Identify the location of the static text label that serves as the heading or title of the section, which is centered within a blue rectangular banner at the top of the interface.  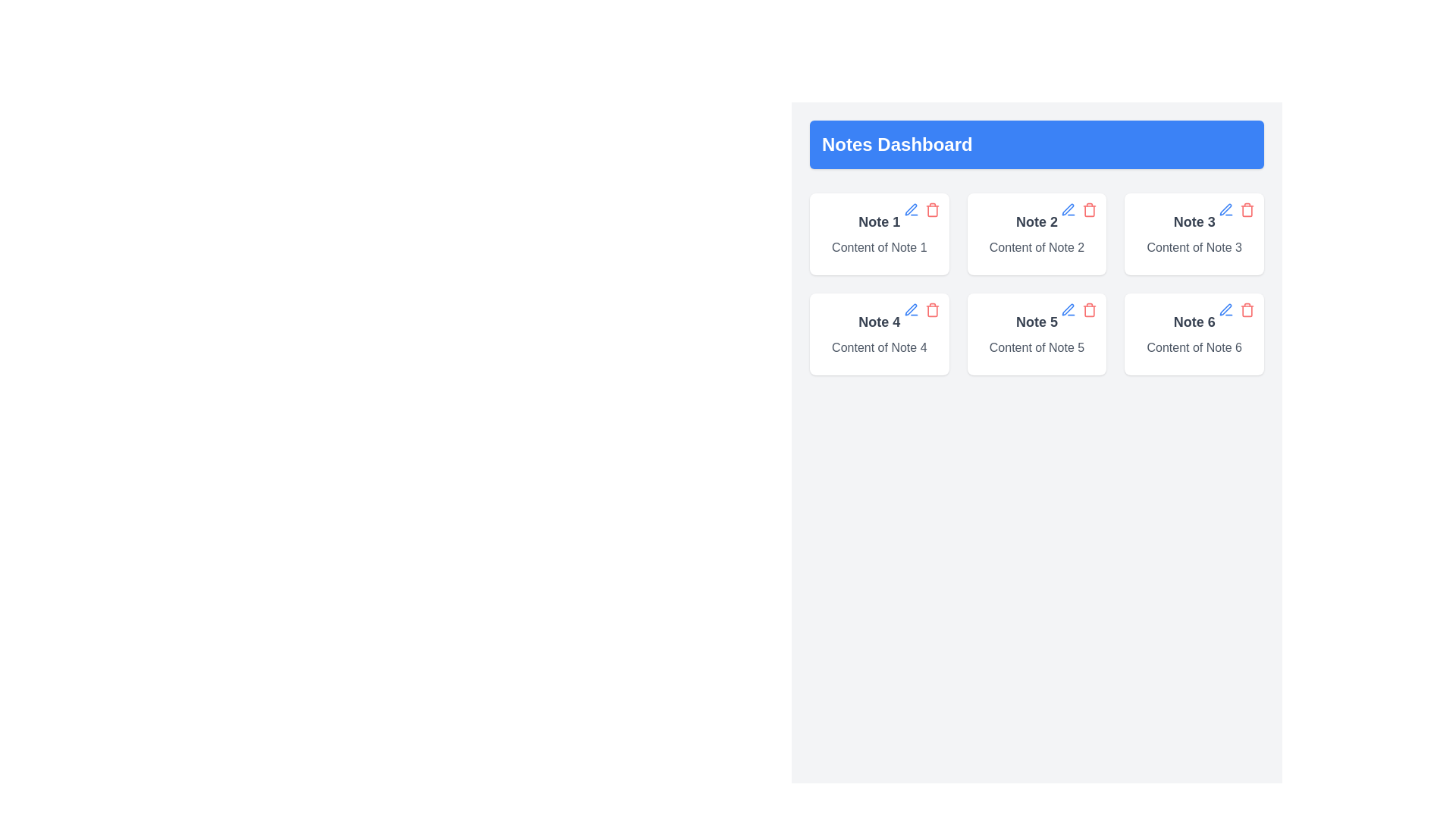
(897, 145).